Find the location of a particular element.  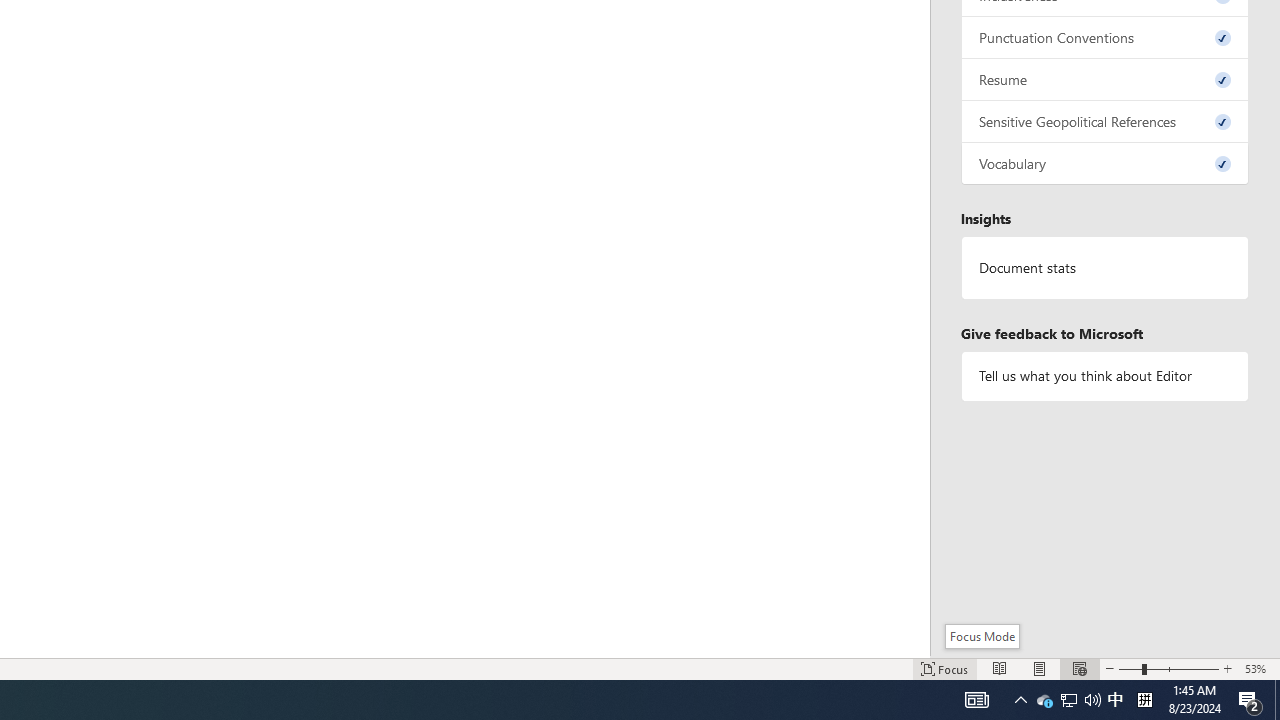

'Document statistics' is located at coordinates (1104, 266).